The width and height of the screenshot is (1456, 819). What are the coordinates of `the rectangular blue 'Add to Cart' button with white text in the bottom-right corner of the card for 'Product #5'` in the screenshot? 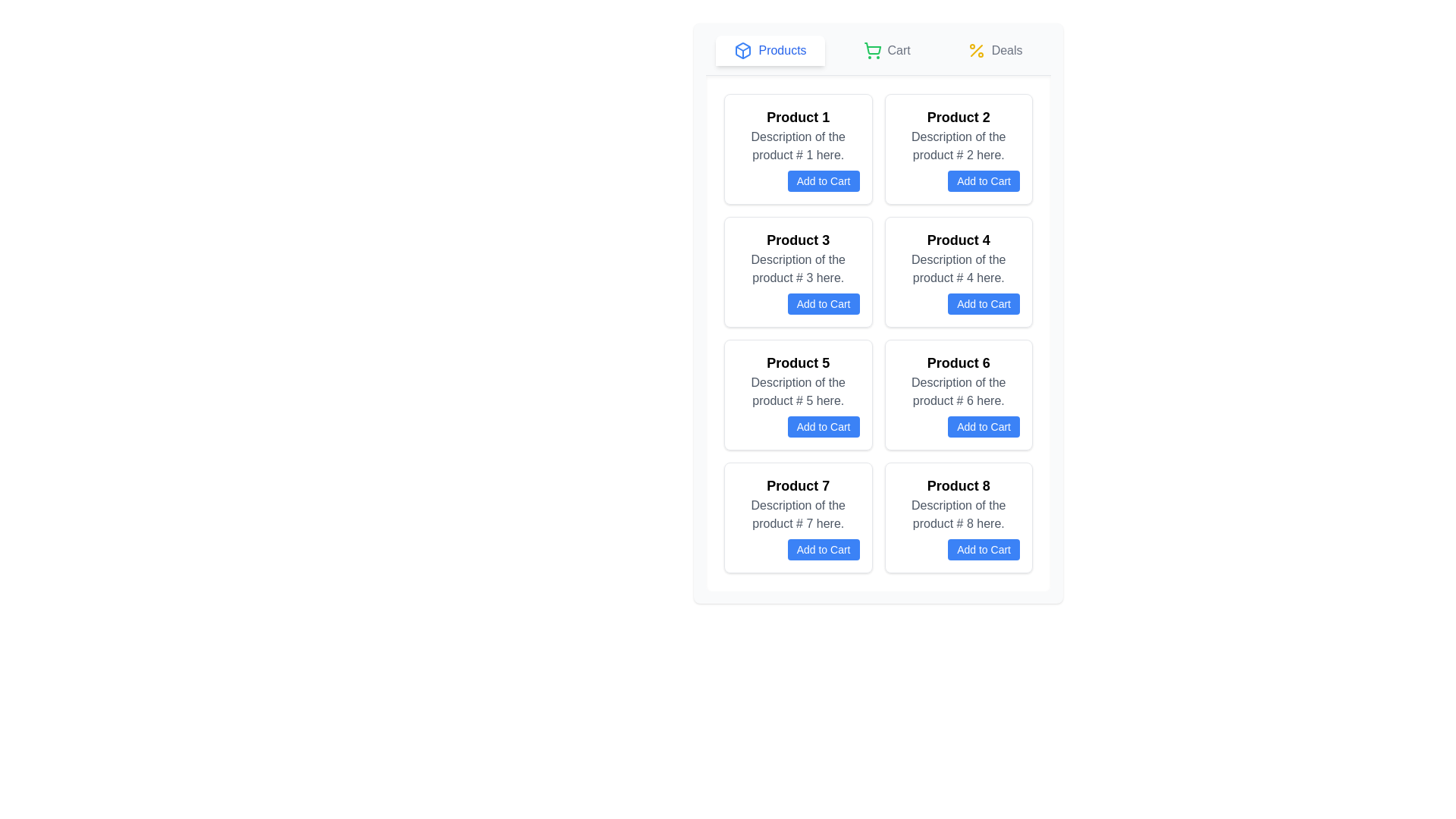 It's located at (823, 427).